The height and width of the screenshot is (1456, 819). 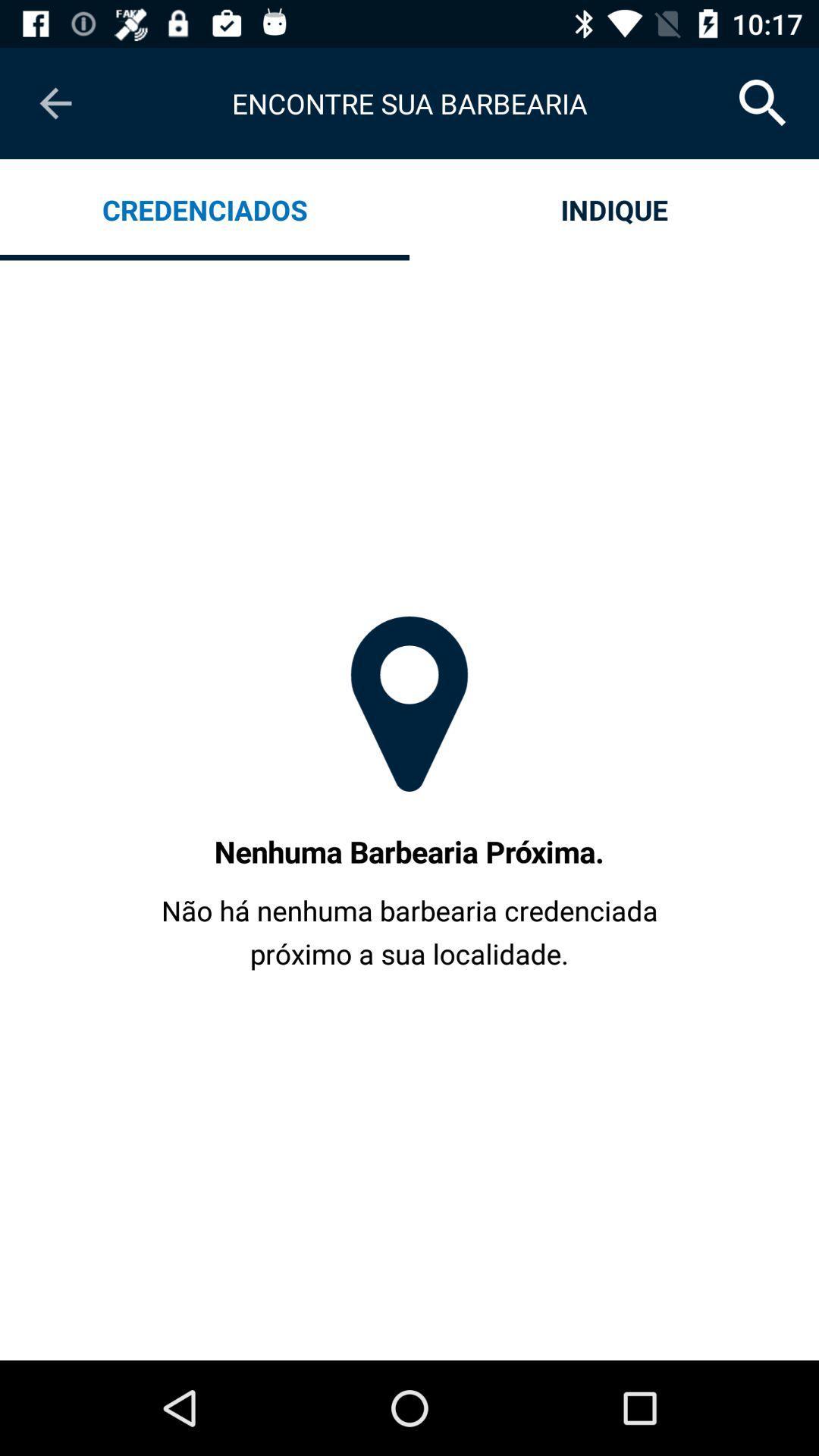 I want to click on the credenciados app, so click(x=205, y=209).